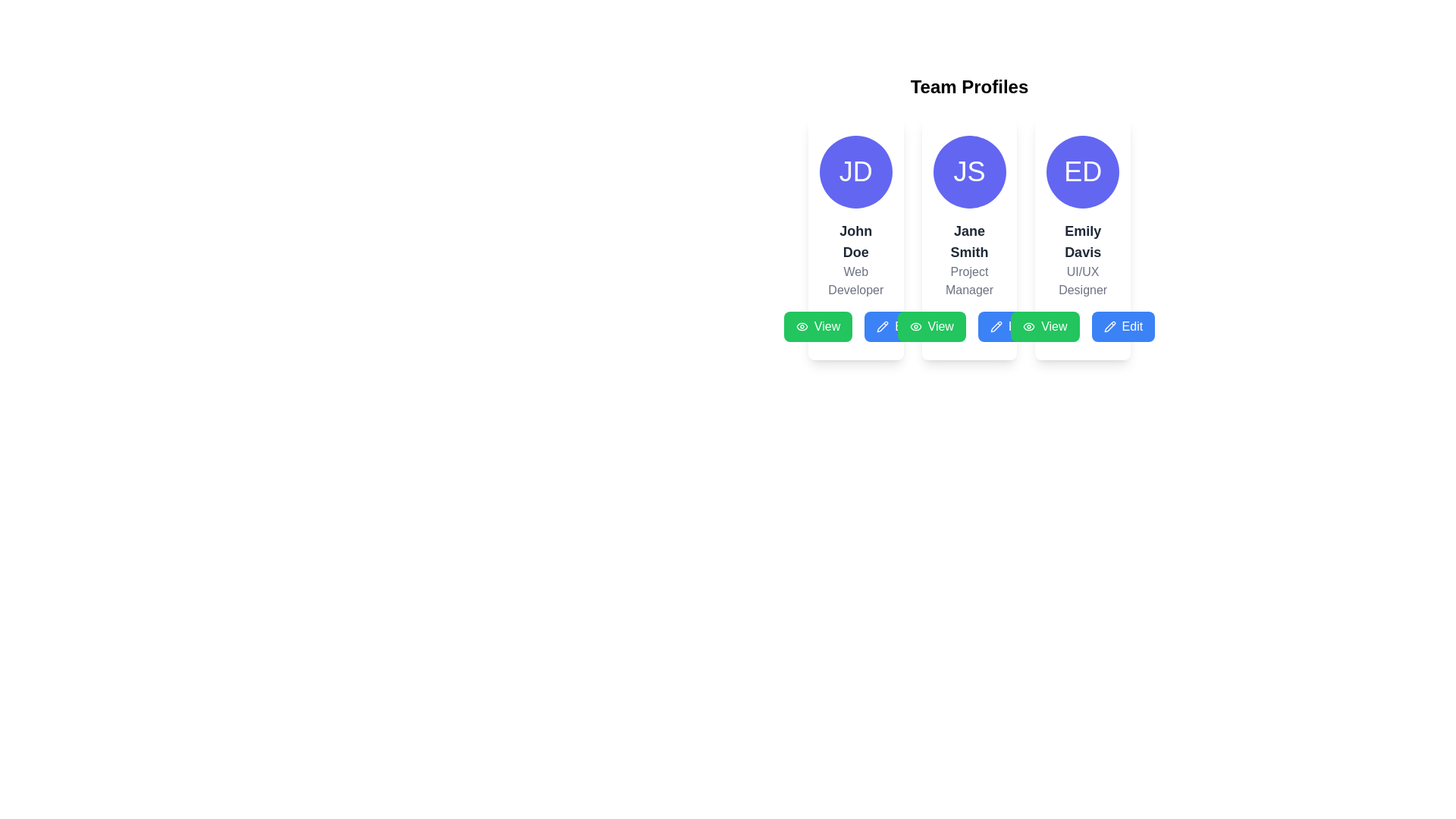 Image resolution: width=1456 pixels, height=819 pixels. What do you see at coordinates (968, 171) in the screenshot?
I see `the circular profile badge with a purple background and white initials 'JS' located at the top of the second profile card in the 'Team Profiles' section` at bounding box center [968, 171].